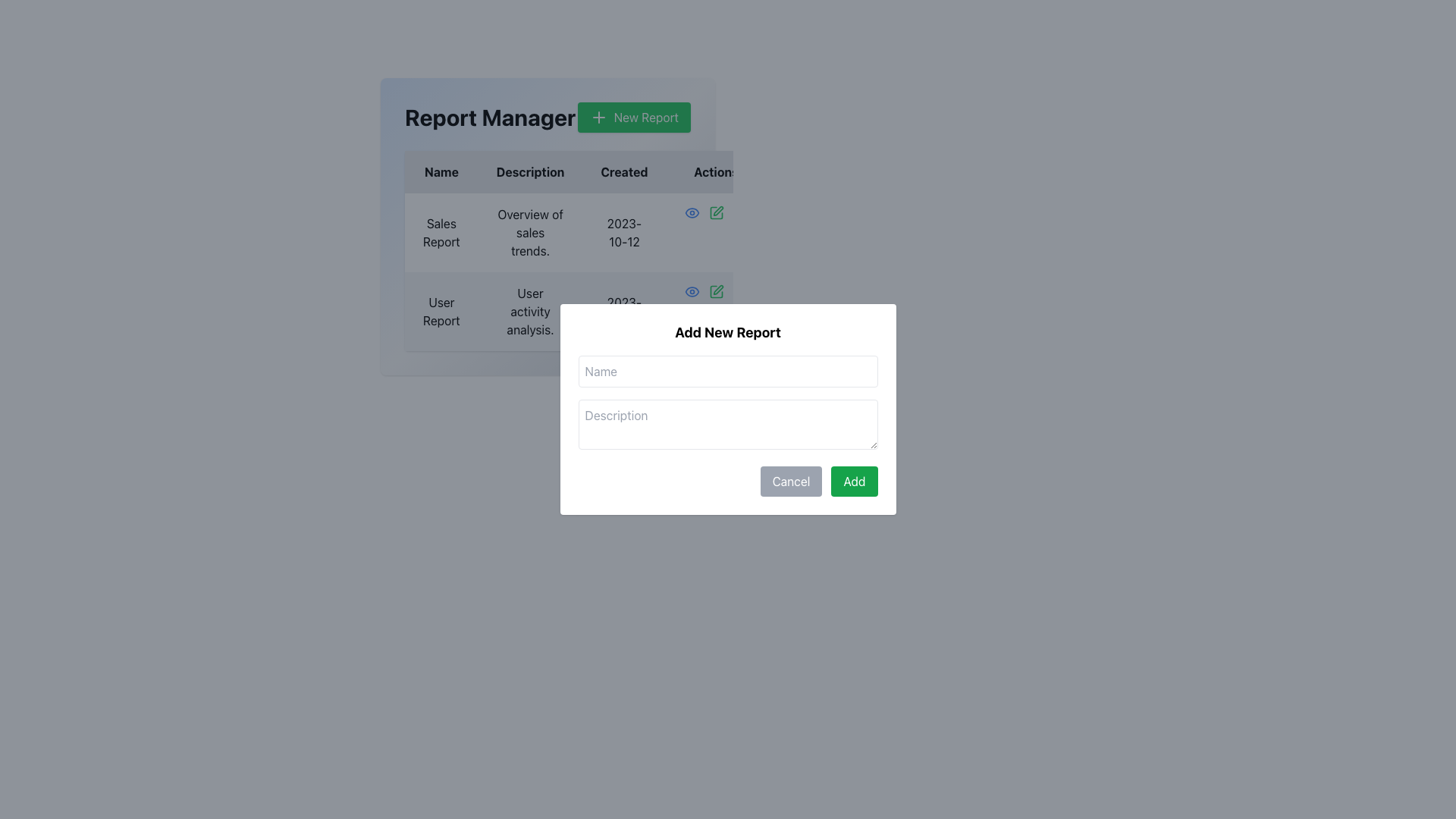  I want to click on the first column header labeled 'Name' in the table, which is positioned at the top-left corner of the table layout, so click(441, 171).